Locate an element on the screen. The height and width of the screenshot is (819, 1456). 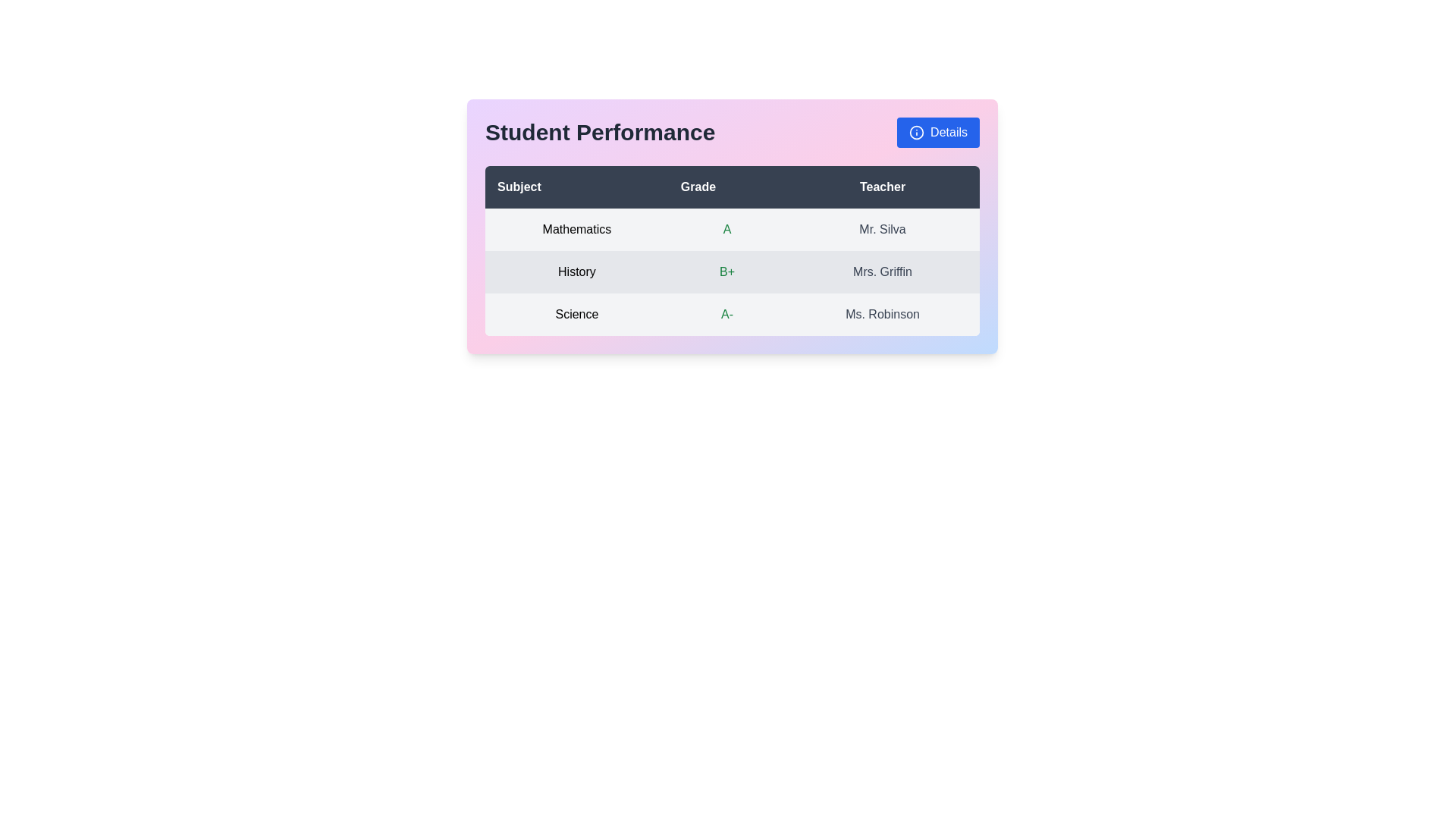
the Text Label indicating the teacher's name in the third column of the table, which is associated with the subject 'Science' and grade 'A-' is located at coordinates (883, 314).